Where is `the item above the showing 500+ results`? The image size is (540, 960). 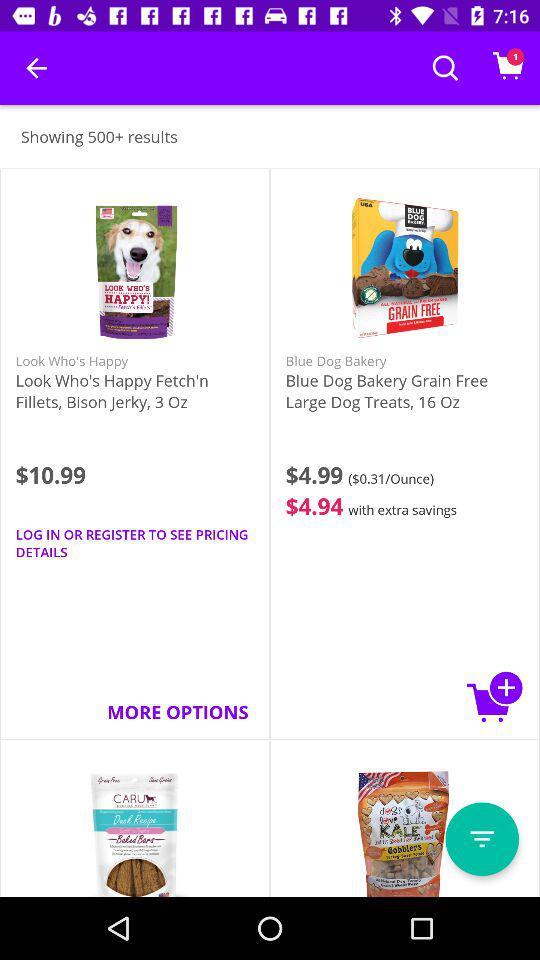 the item above the showing 500+ results is located at coordinates (36, 68).